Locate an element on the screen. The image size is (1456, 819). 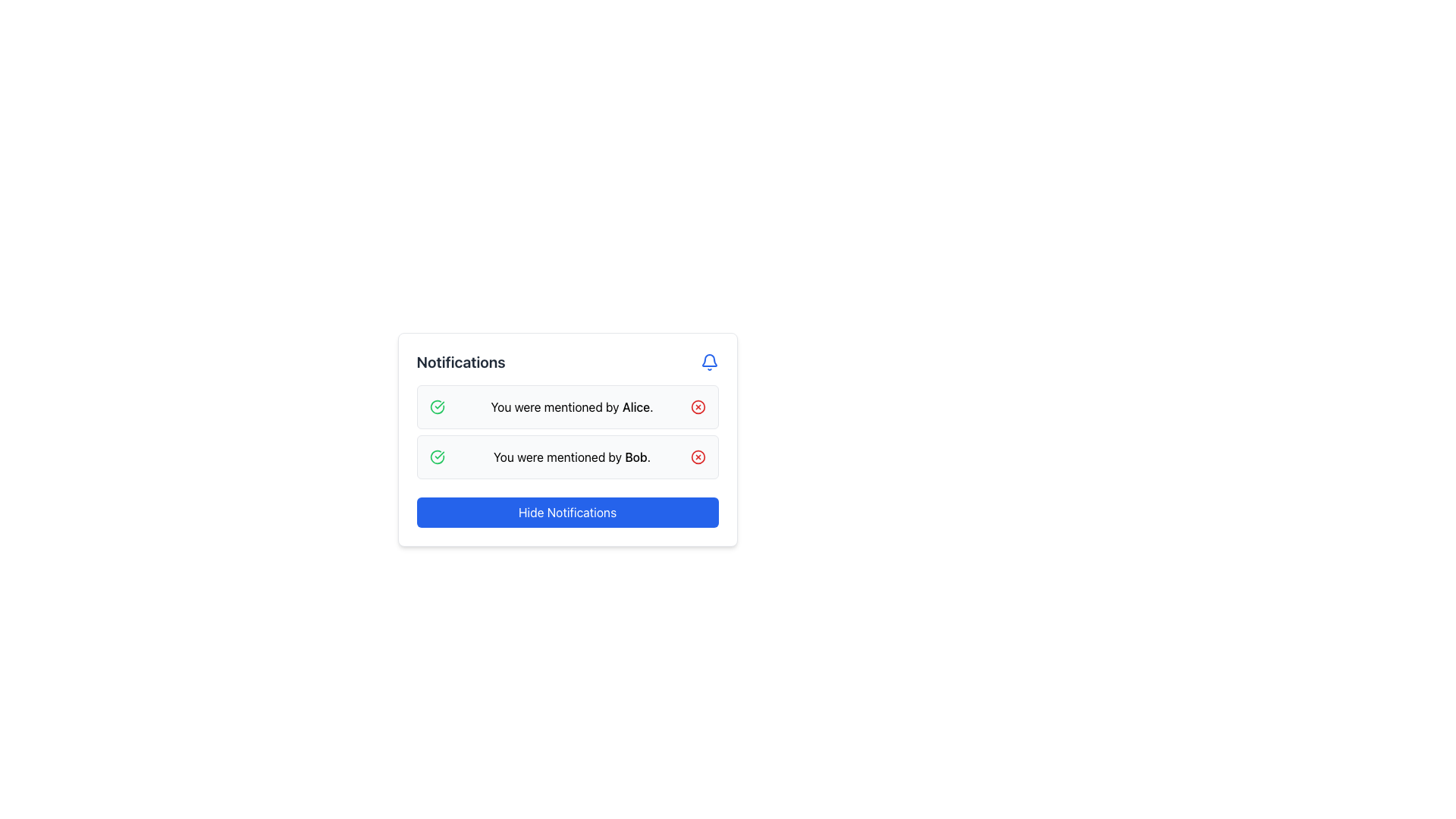
the completion status icon in the second notification card, which is positioned on the leftmost side adjacent to the text content is located at coordinates (436, 456).